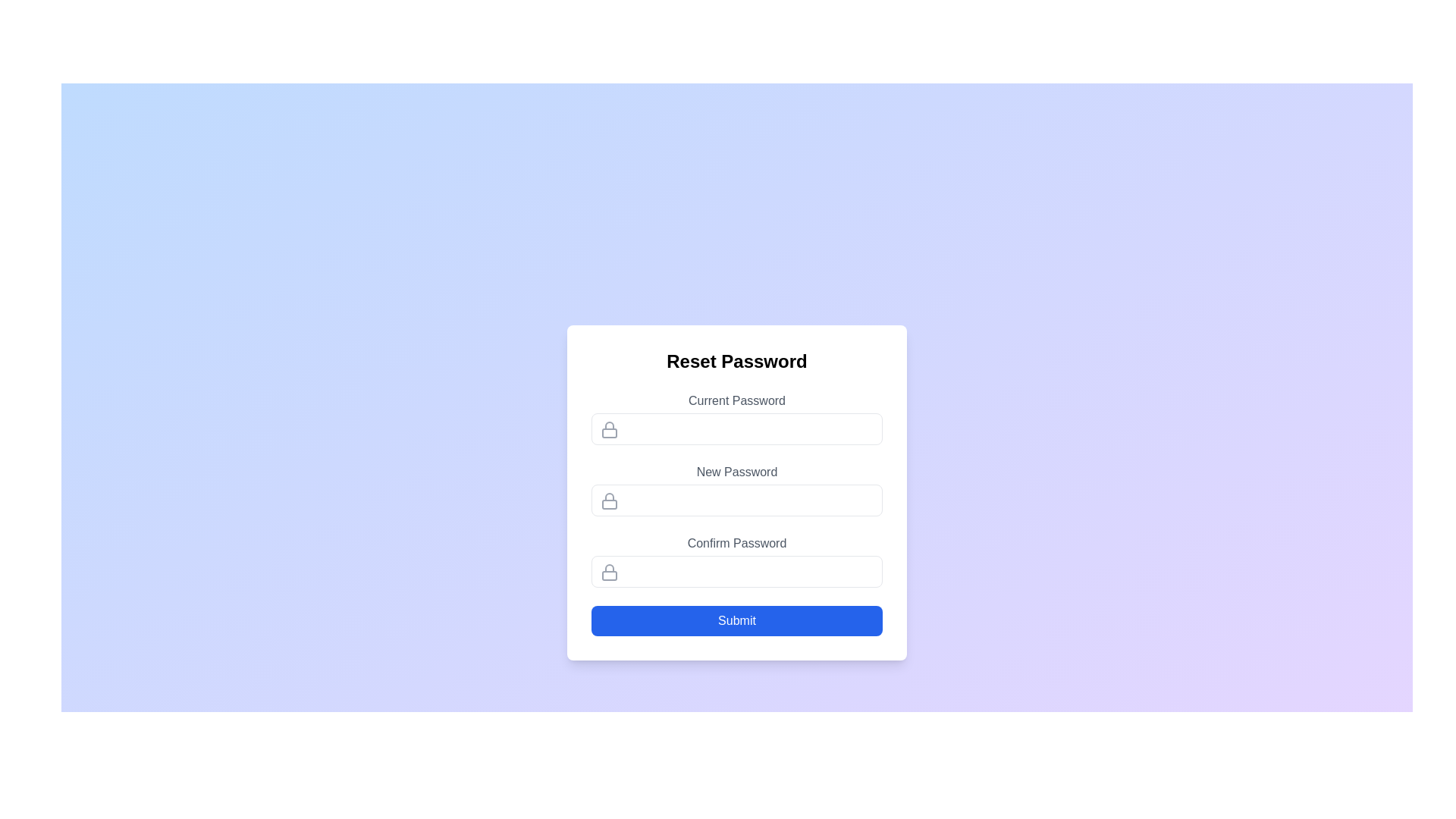 This screenshot has width=1456, height=819. Describe the element at coordinates (610, 425) in the screenshot. I see `the upper arc part of the lock symbol in the password input field labeled 'Current Password'` at that location.